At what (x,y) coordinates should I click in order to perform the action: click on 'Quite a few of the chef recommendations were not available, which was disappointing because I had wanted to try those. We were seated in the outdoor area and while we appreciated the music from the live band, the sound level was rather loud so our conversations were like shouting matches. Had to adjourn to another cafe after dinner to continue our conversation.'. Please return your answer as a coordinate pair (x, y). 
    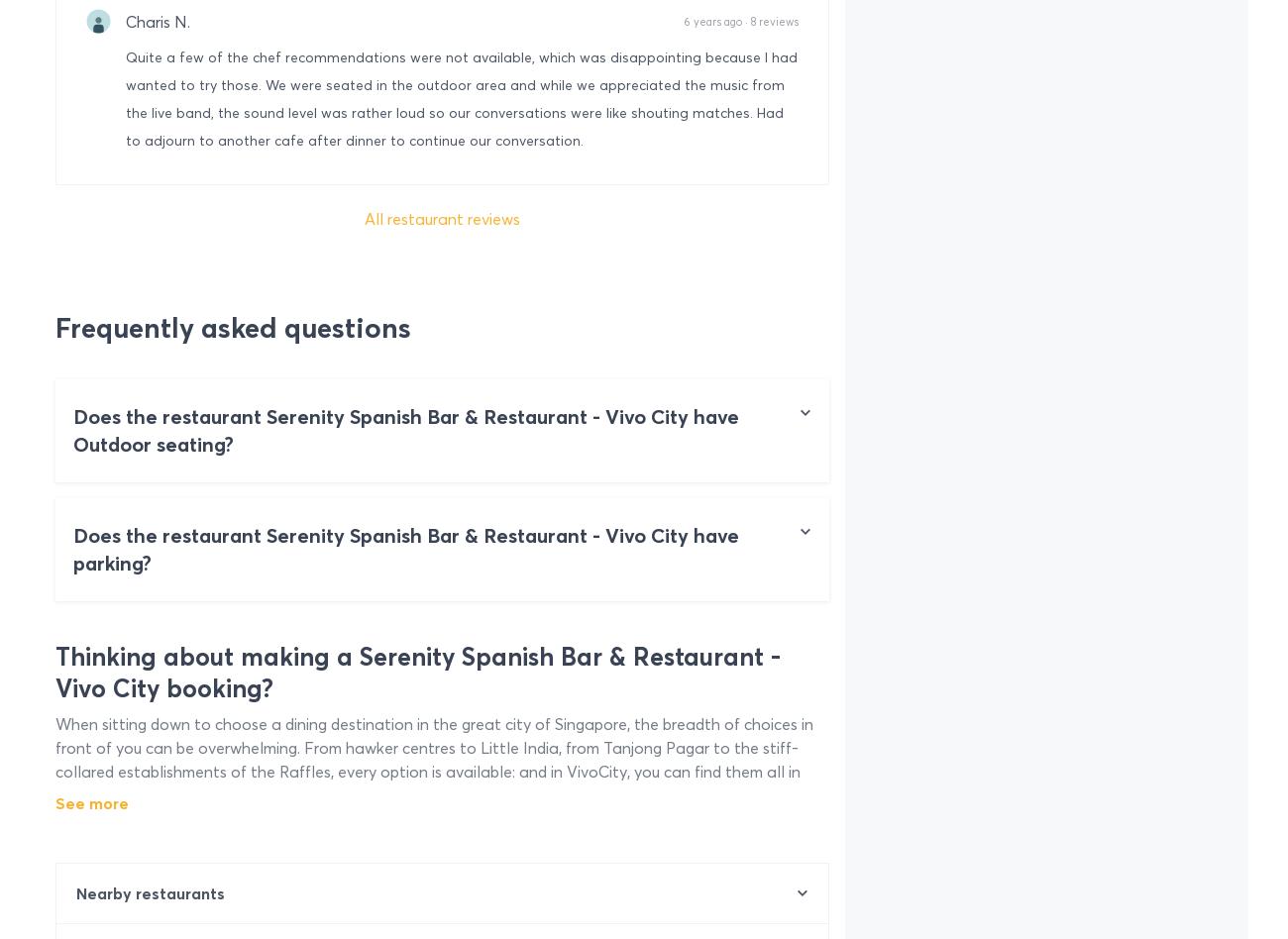
    Looking at the image, I should click on (461, 99).